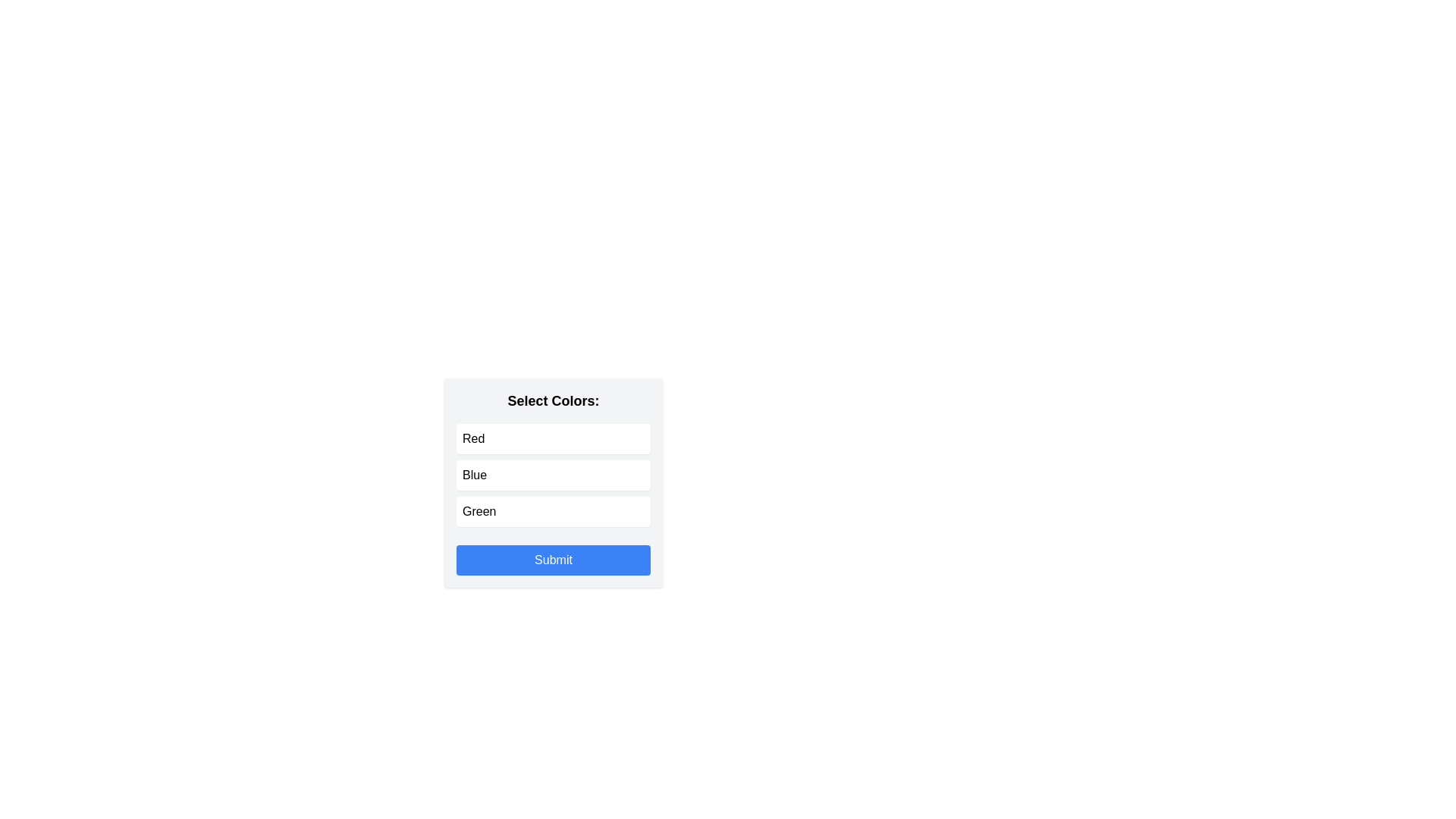 This screenshot has height=819, width=1456. Describe the element at coordinates (472, 438) in the screenshot. I see `the 'Red' label, which is the first item in a vertically listed group under the header 'Select Colors:' in a card-style layout, providing visual information for descriptive purposes` at that location.